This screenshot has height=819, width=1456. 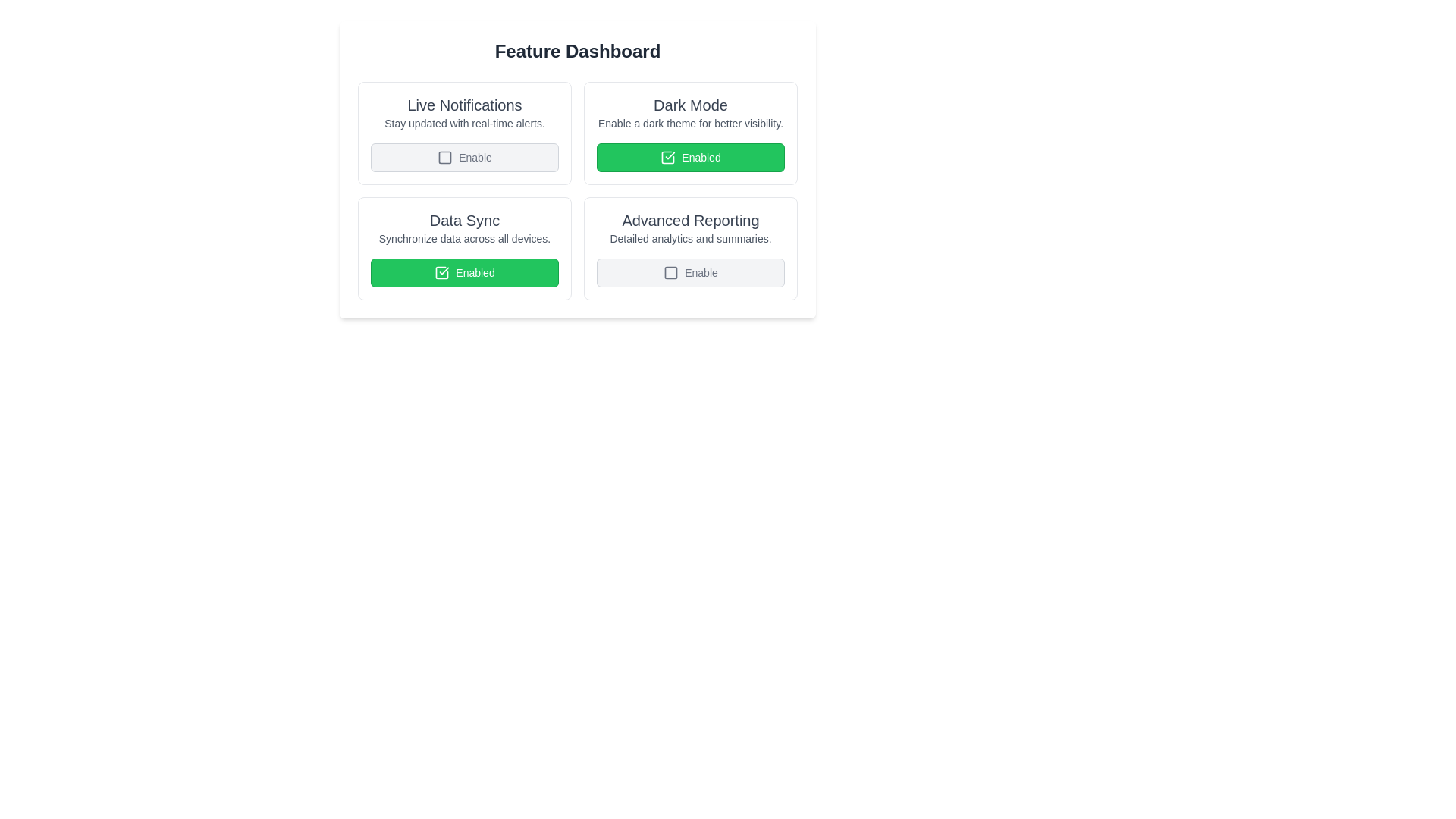 What do you see at coordinates (464, 239) in the screenshot?
I see `the text label that displays 'Synchronize data across all devices.' which is positioned beneath the title 'Data Sync'` at bounding box center [464, 239].